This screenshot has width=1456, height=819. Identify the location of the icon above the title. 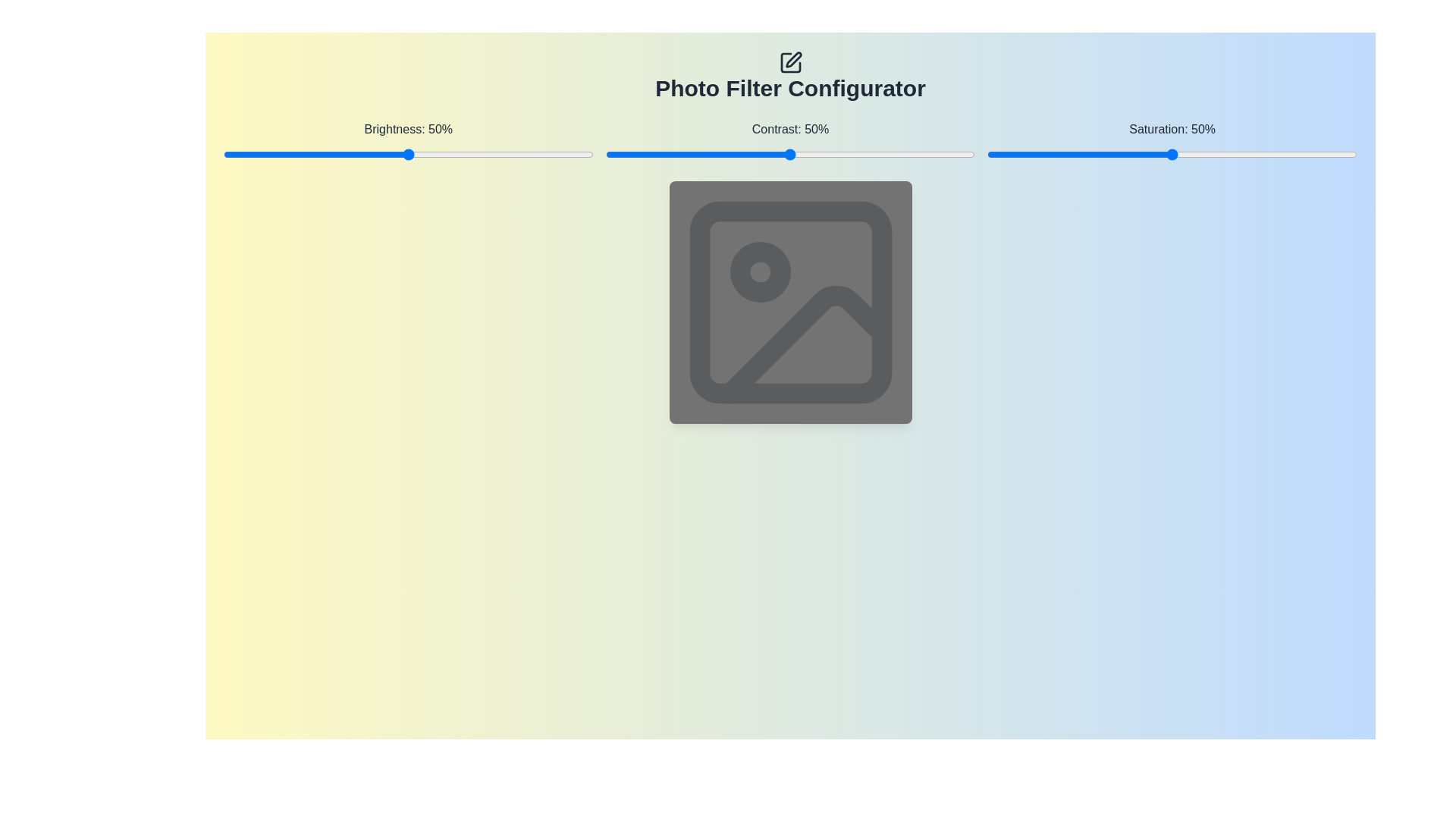
(789, 62).